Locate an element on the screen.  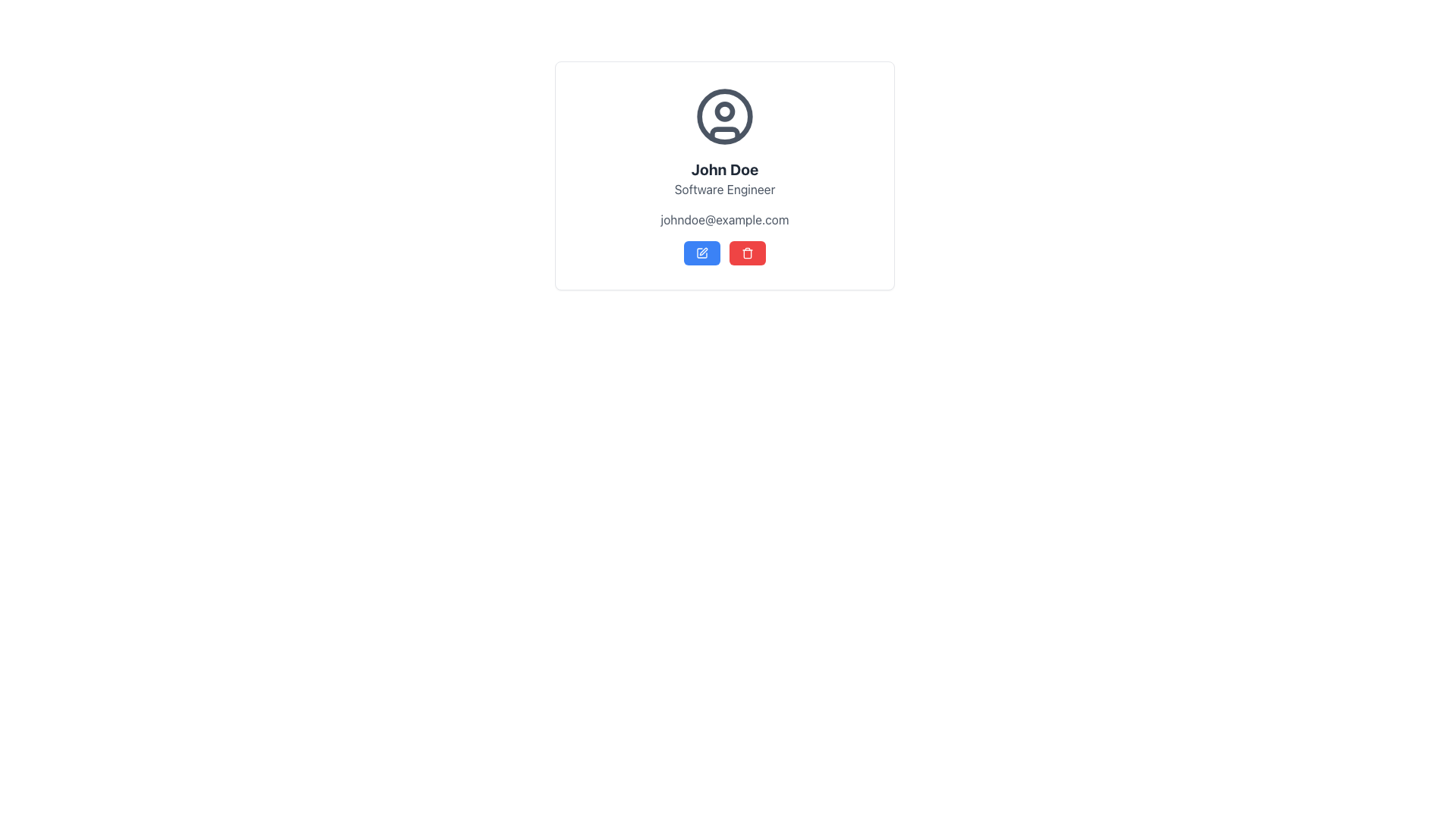
the red trash bin icon located within a rounded red button beside a blue button, near the bottom of the user card for John Doe is located at coordinates (747, 253).